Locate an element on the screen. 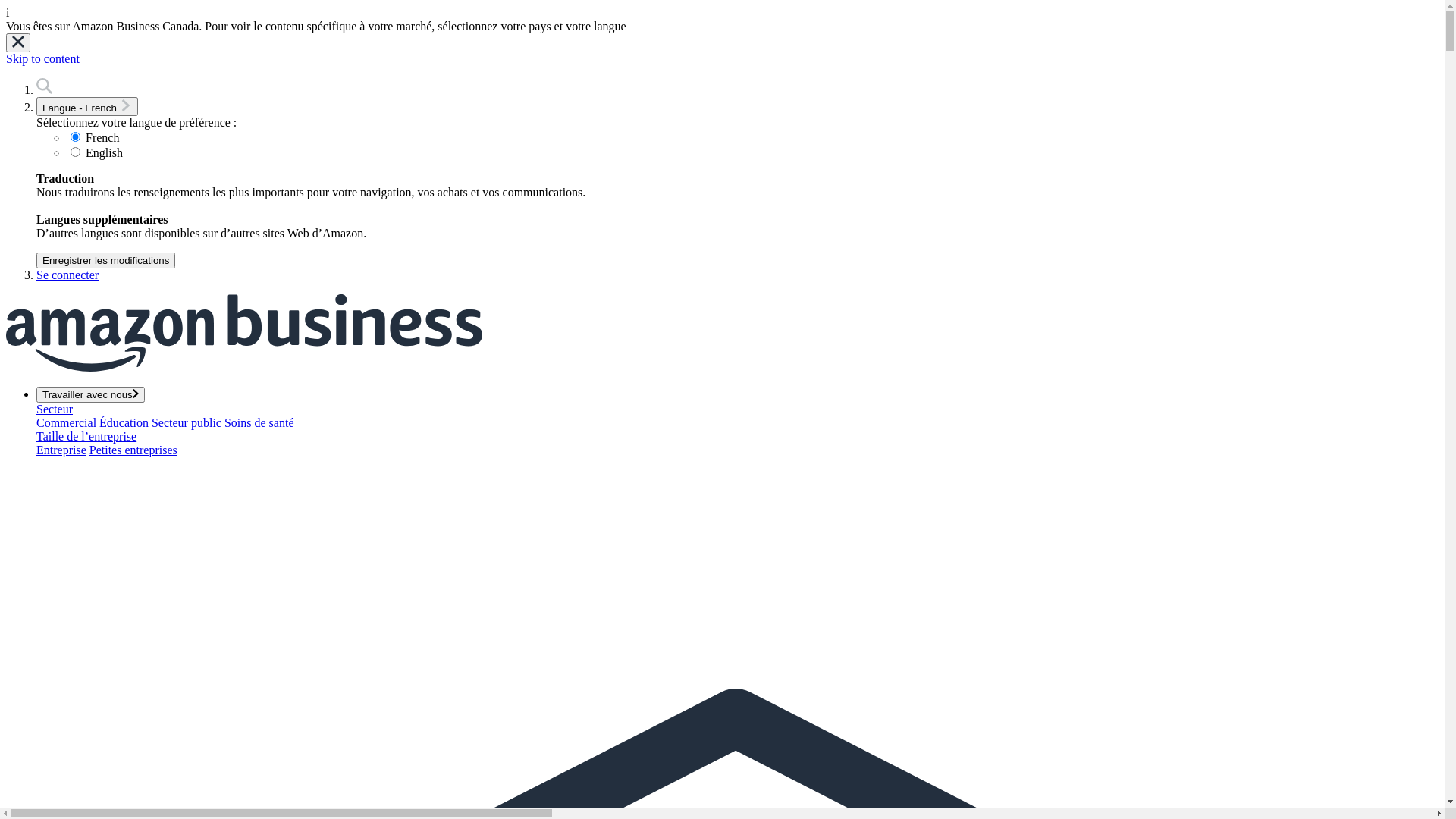 The height and width of the screenshot is (819, 1456). 'Petites entreprises' is located at coordinates (133, 449).